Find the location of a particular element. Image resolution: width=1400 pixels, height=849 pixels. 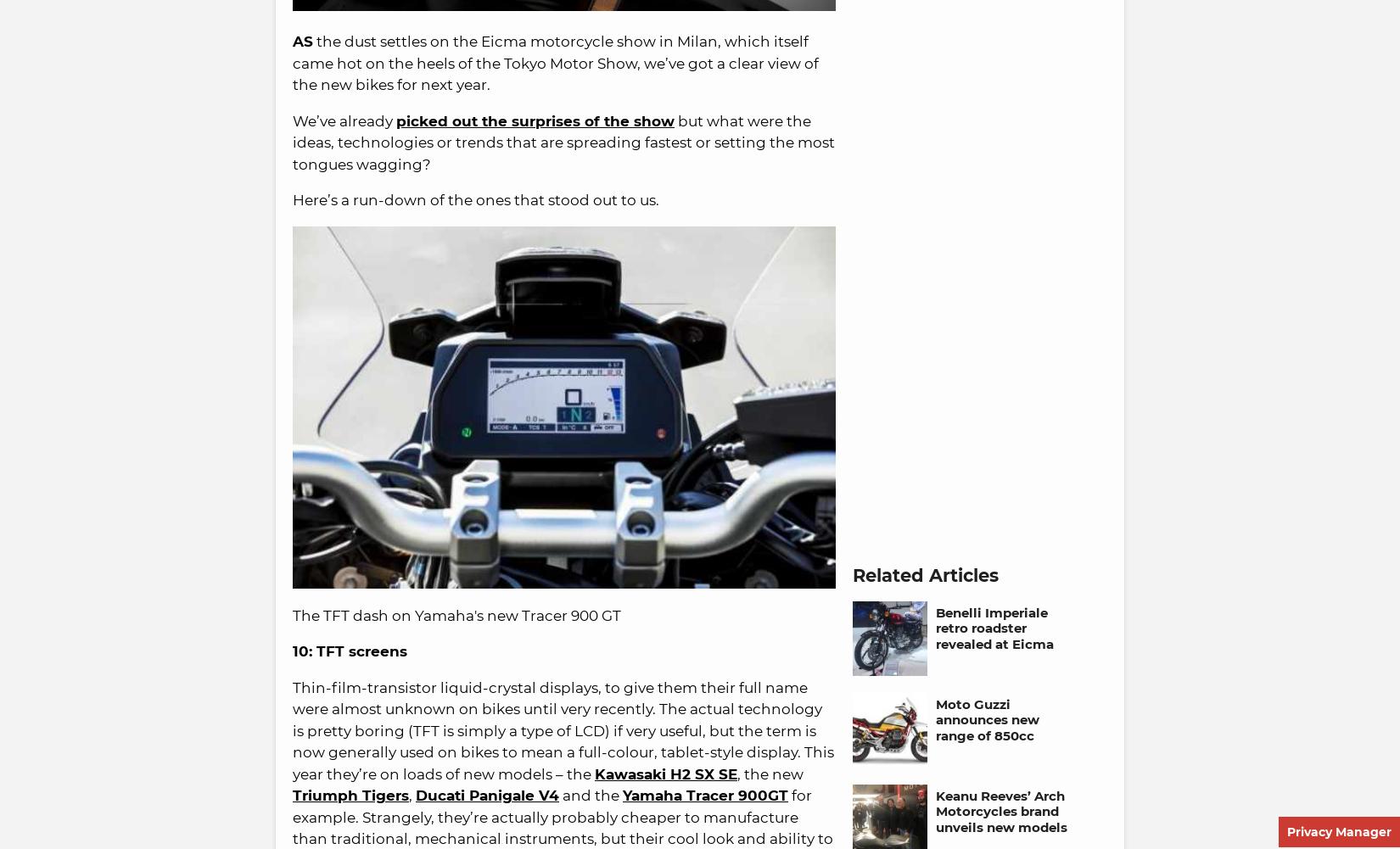

'Benelli Imperiale retro roadster revealed at Eicma' is located at coordinates (994, 628).